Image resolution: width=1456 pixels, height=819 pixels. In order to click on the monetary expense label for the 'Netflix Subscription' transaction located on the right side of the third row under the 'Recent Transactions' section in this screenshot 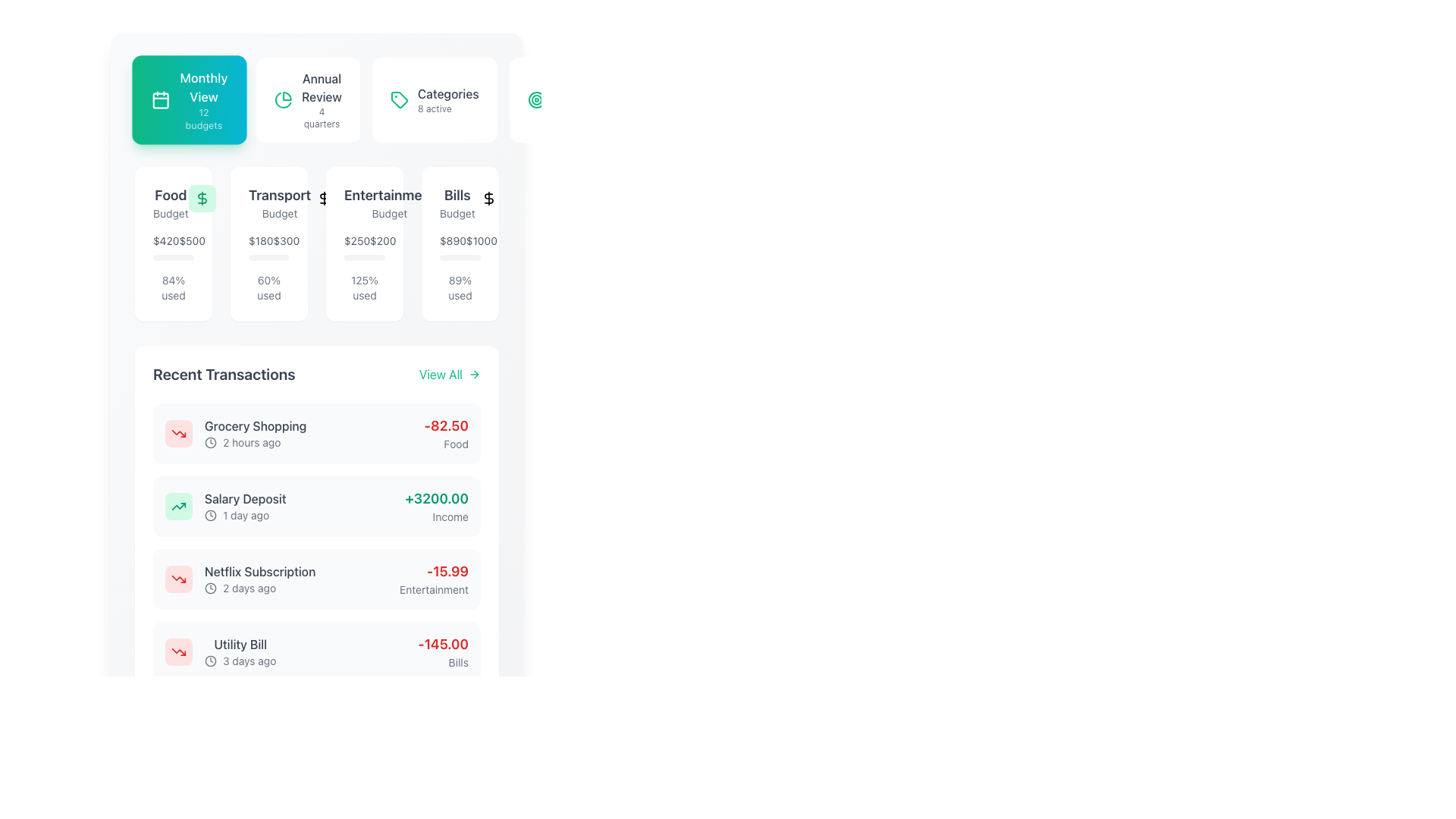, I will do `click(433, 579)`.